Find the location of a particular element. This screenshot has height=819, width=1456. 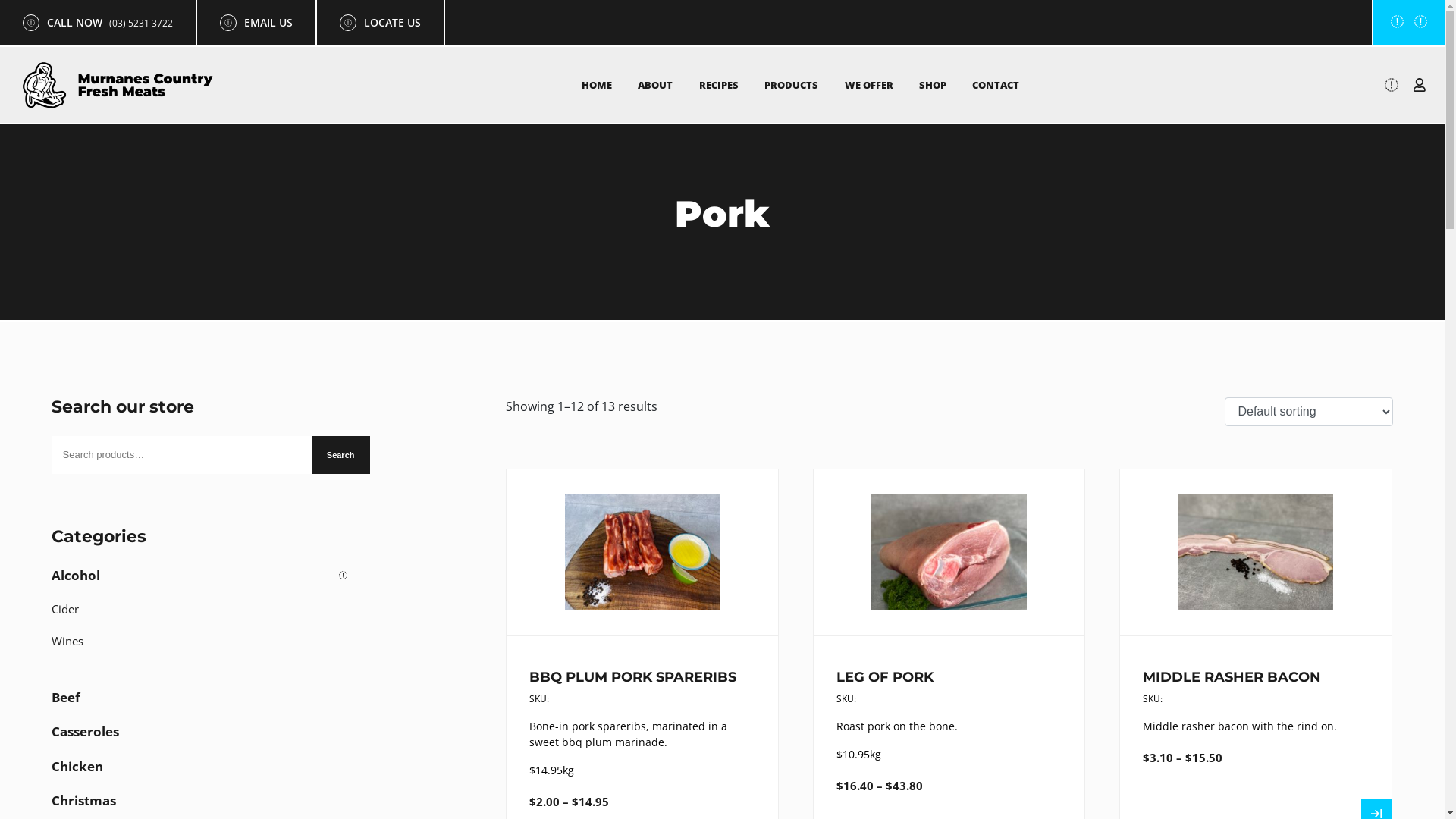

'HOME' is located at coordinates (596, 84).